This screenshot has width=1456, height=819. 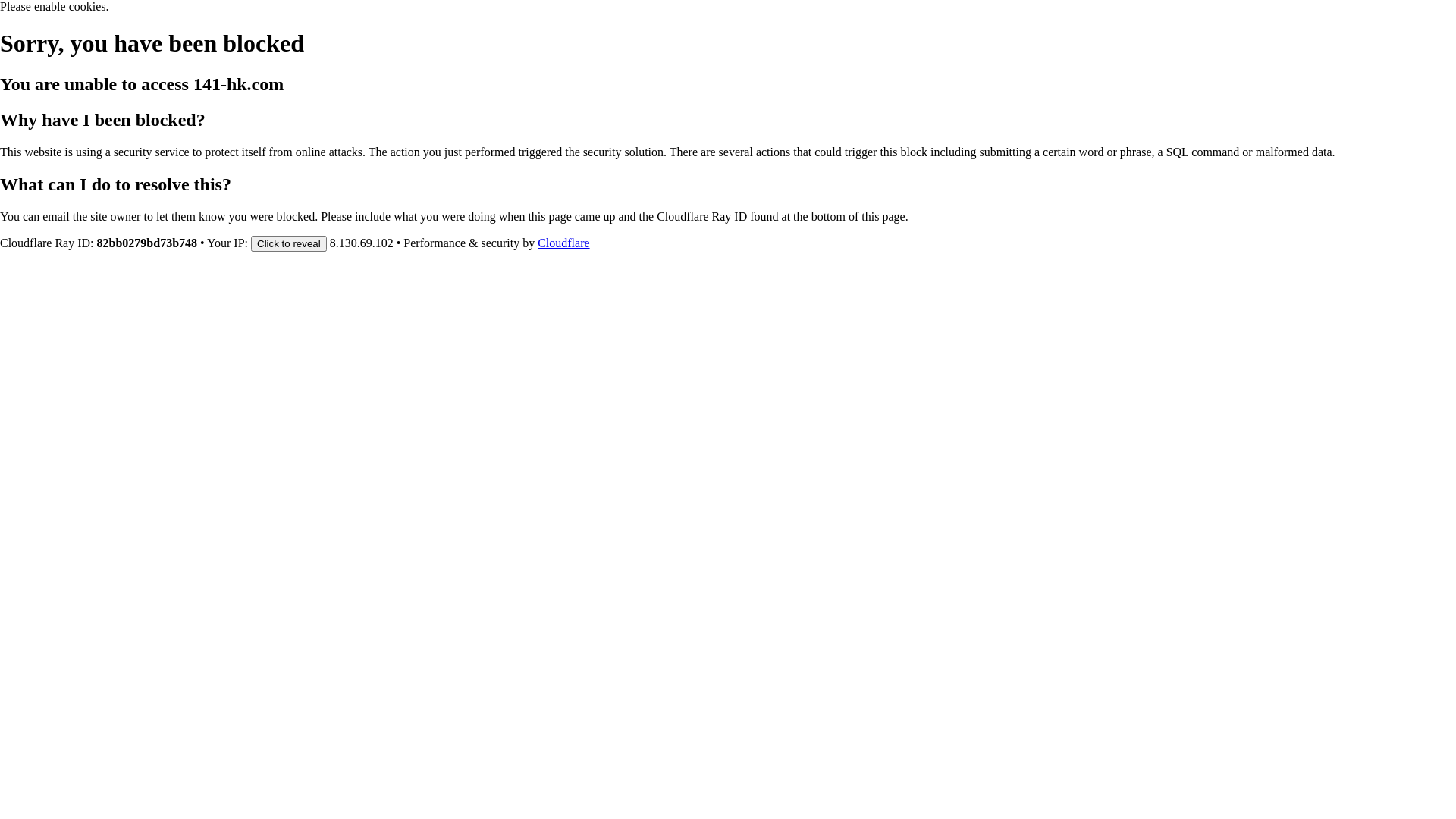 I want to click on 'Click to reveal', so click(x=288, y=242).